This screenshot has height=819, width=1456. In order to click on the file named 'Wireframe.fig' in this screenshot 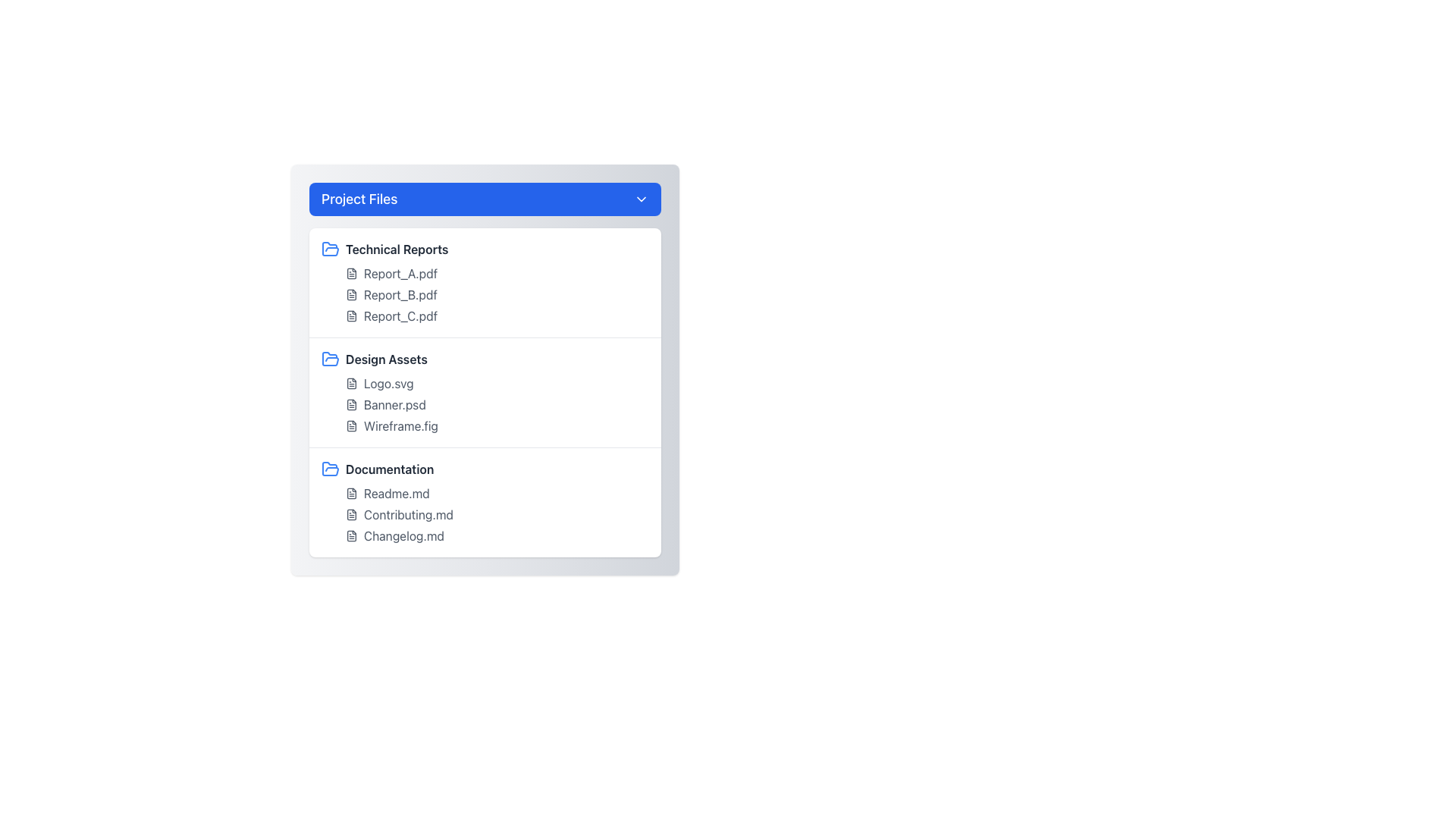, I will do `click(497, 426)`.